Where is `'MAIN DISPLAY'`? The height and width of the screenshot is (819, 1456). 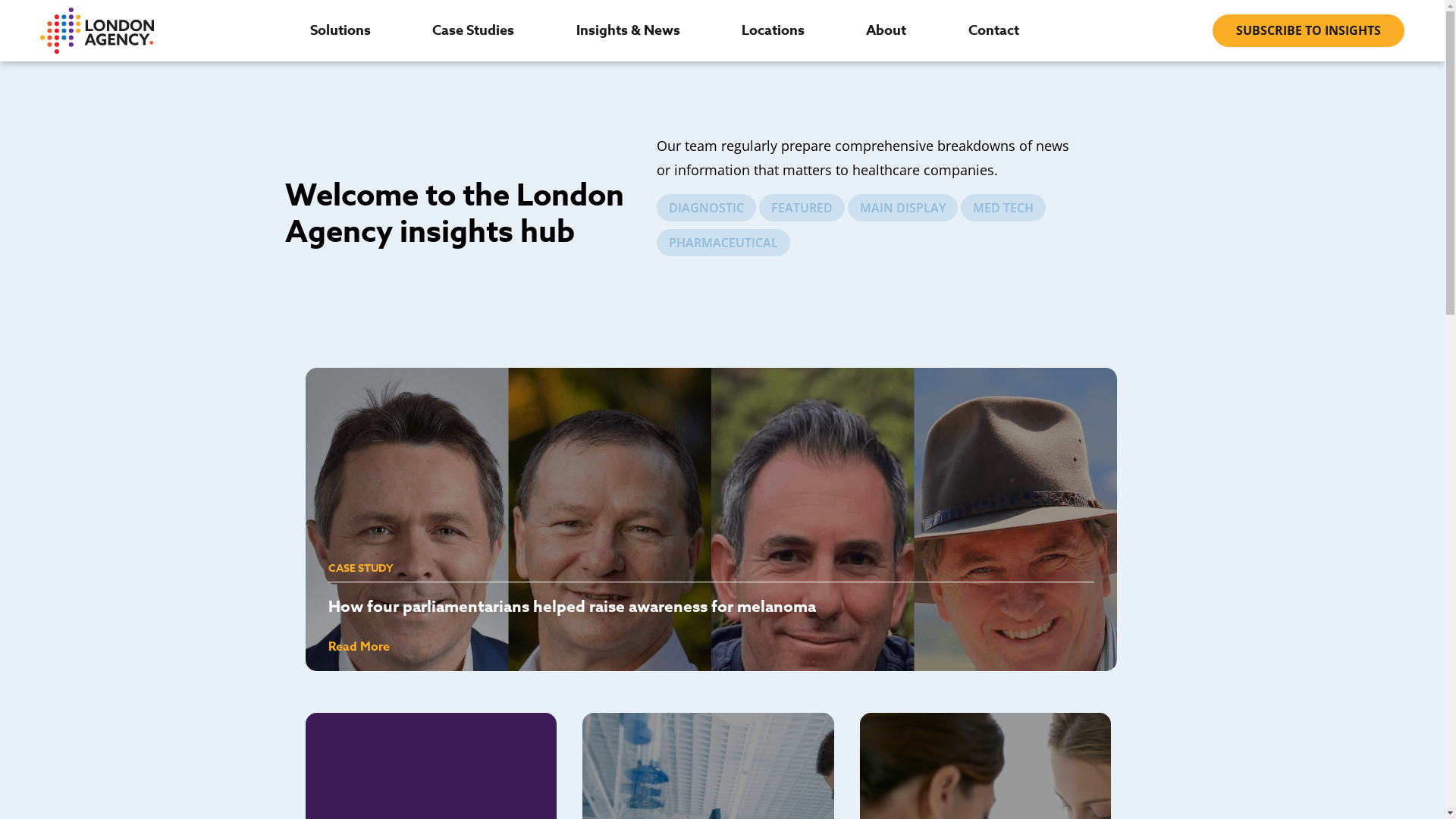 'MAIN DISPLAY' is located at coordinates (902, 207).